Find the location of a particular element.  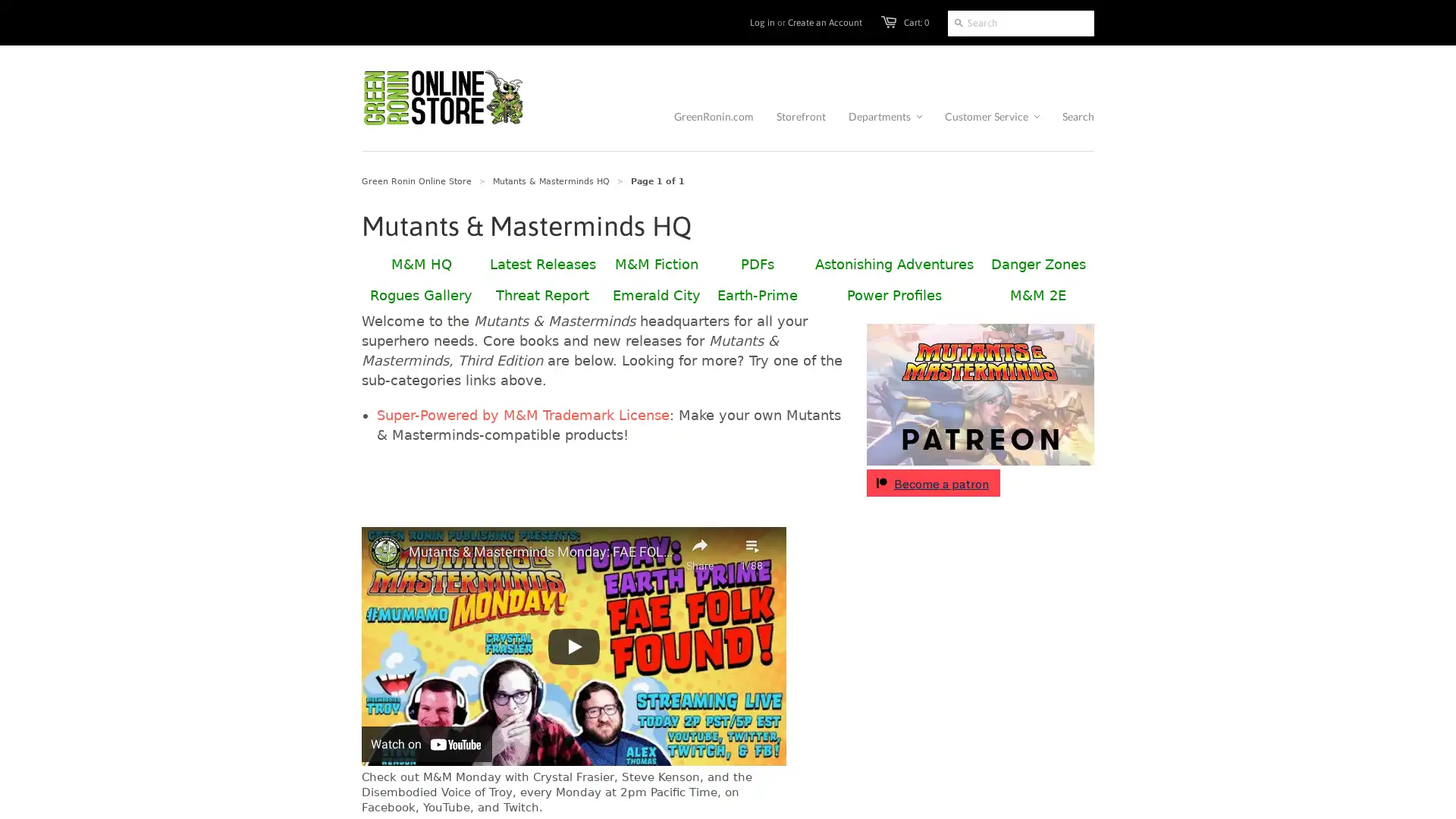

Go is located at coordinates (958, 23).